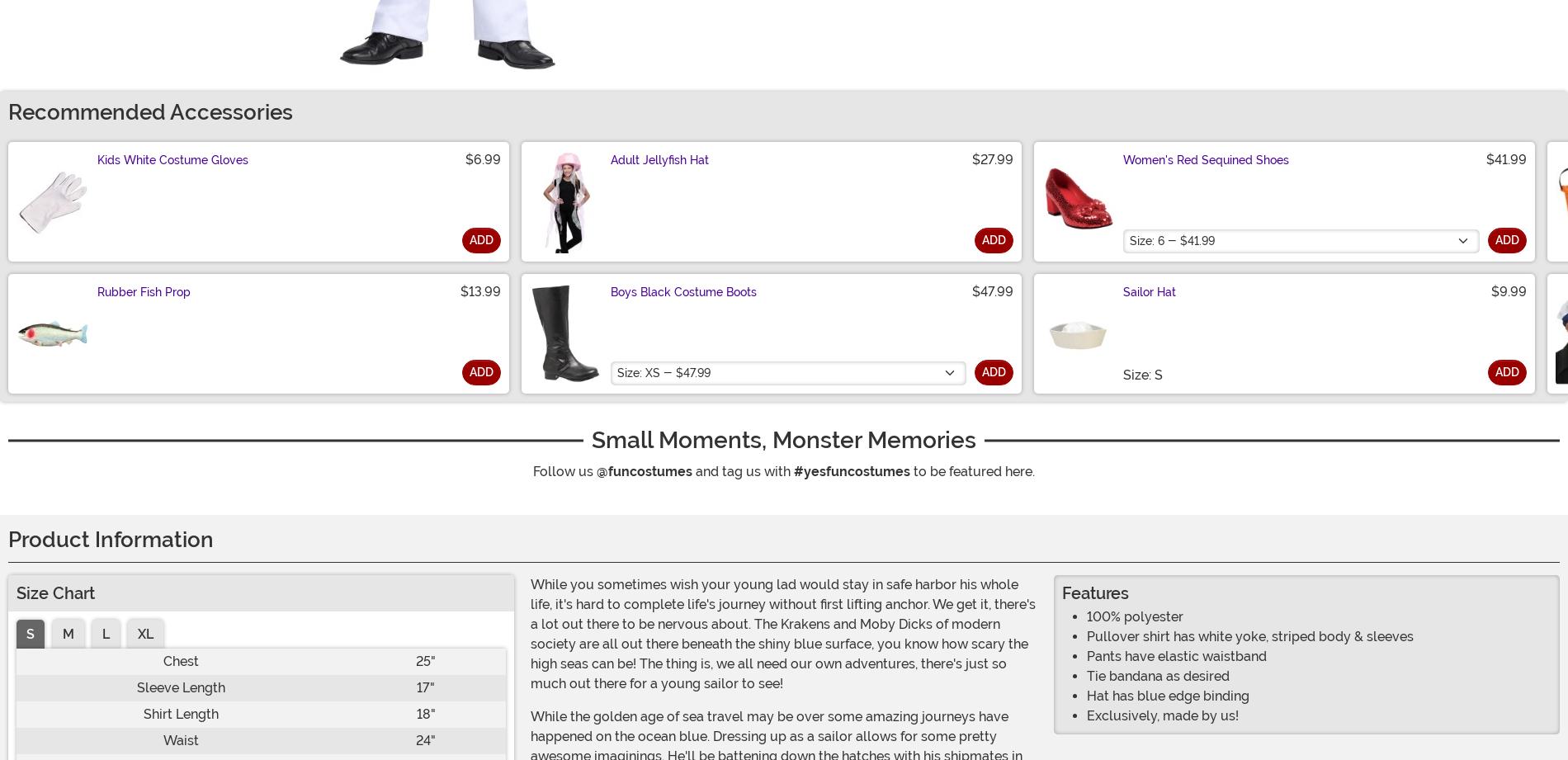  Describe the element at coordinates (259, 94) in the screenshot. I see `'We believe that costumes have the power to create some of life's best moments. That's why we started Made by Us. This diverse selection of costumes and accessories are all artfully designed and expertly crafted by our talented team of artists, designers, and developers.'` at that location.